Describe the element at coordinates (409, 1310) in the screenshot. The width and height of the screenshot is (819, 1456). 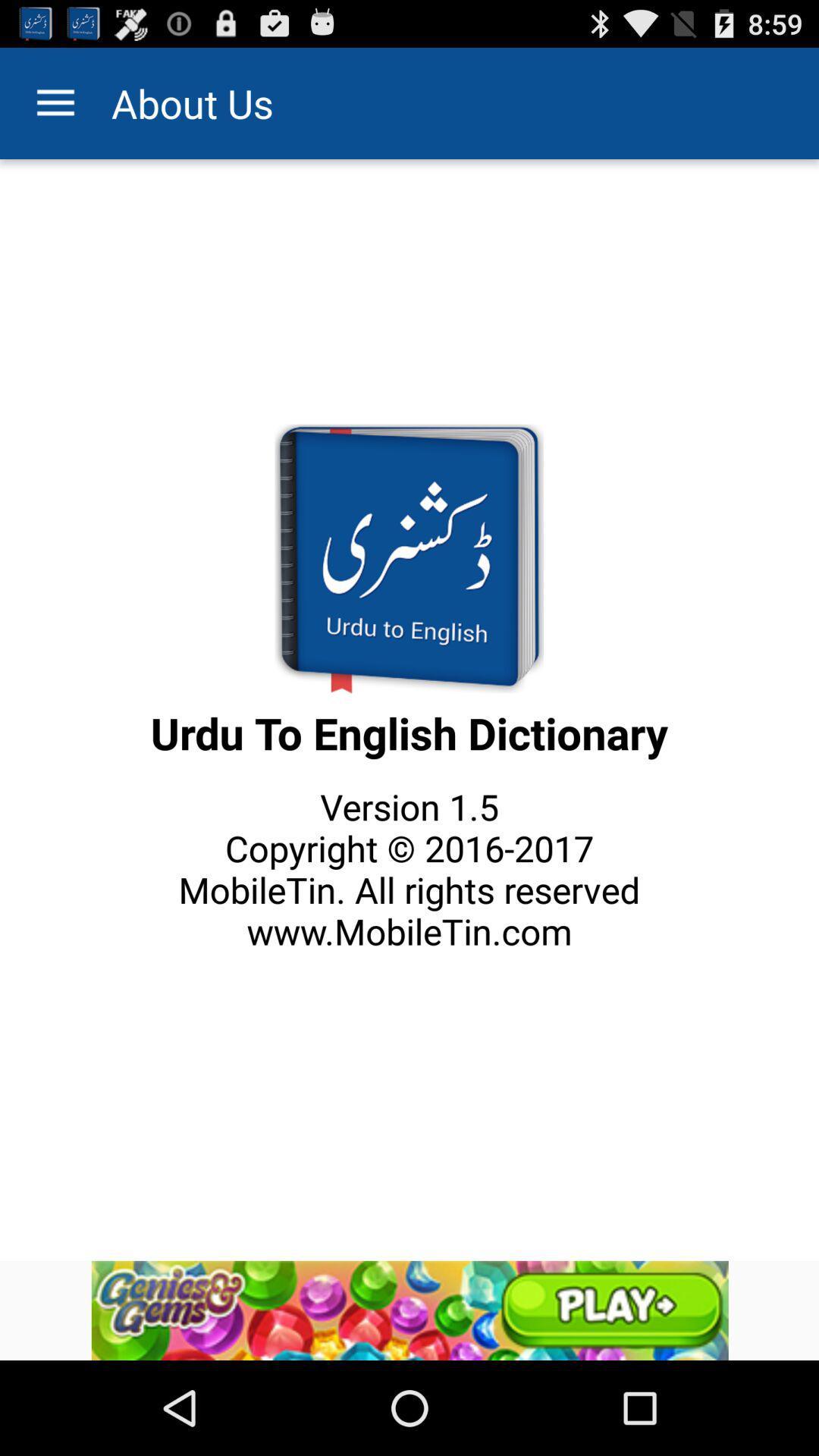
I see `advertisement` at that location.